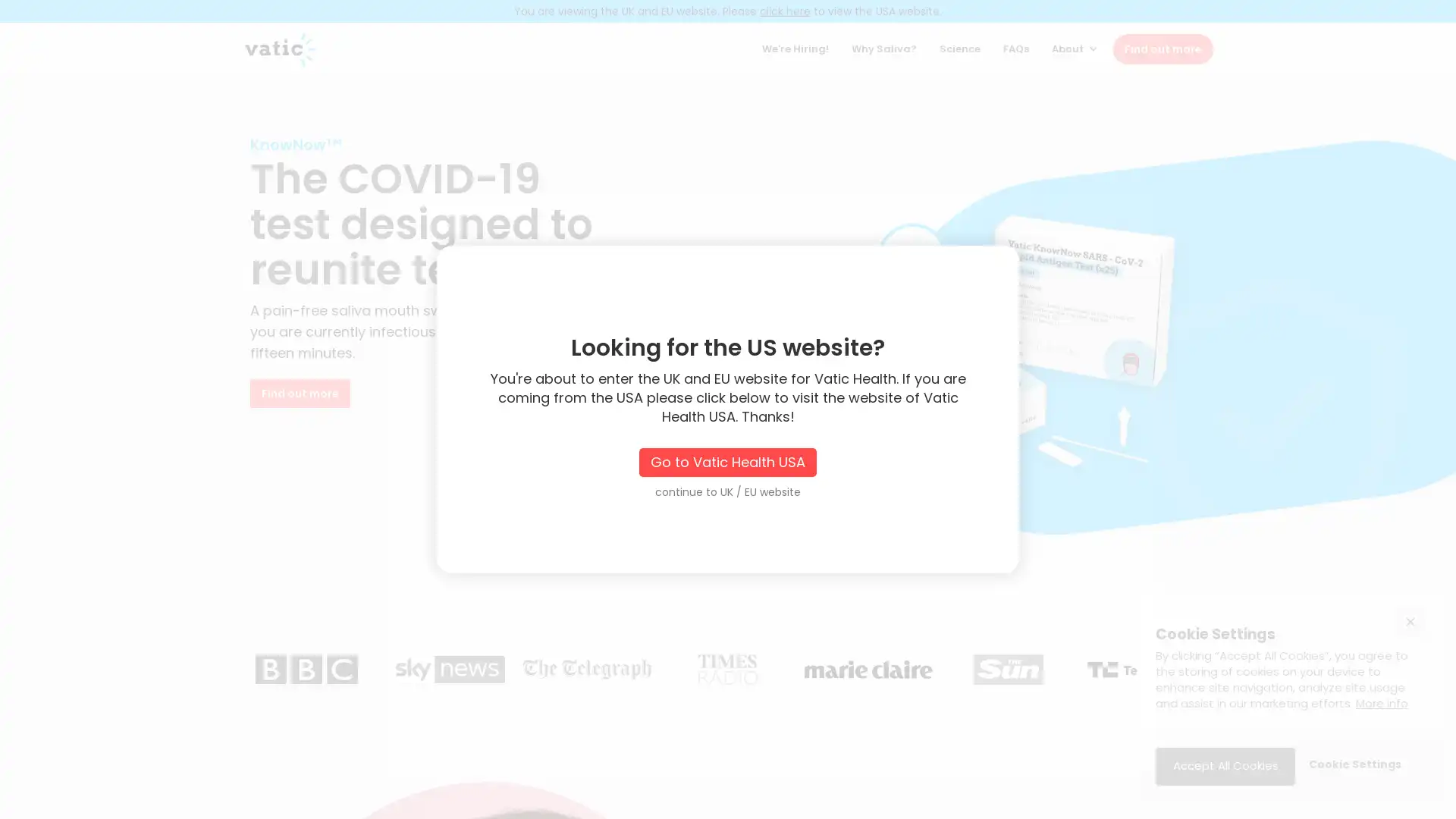 Image resolution: width=1456 pixels, height=819 pixels. Describe the element at coordinates (1410, 620) in the screenshot. I see `Close Cookie Popup` at that location.